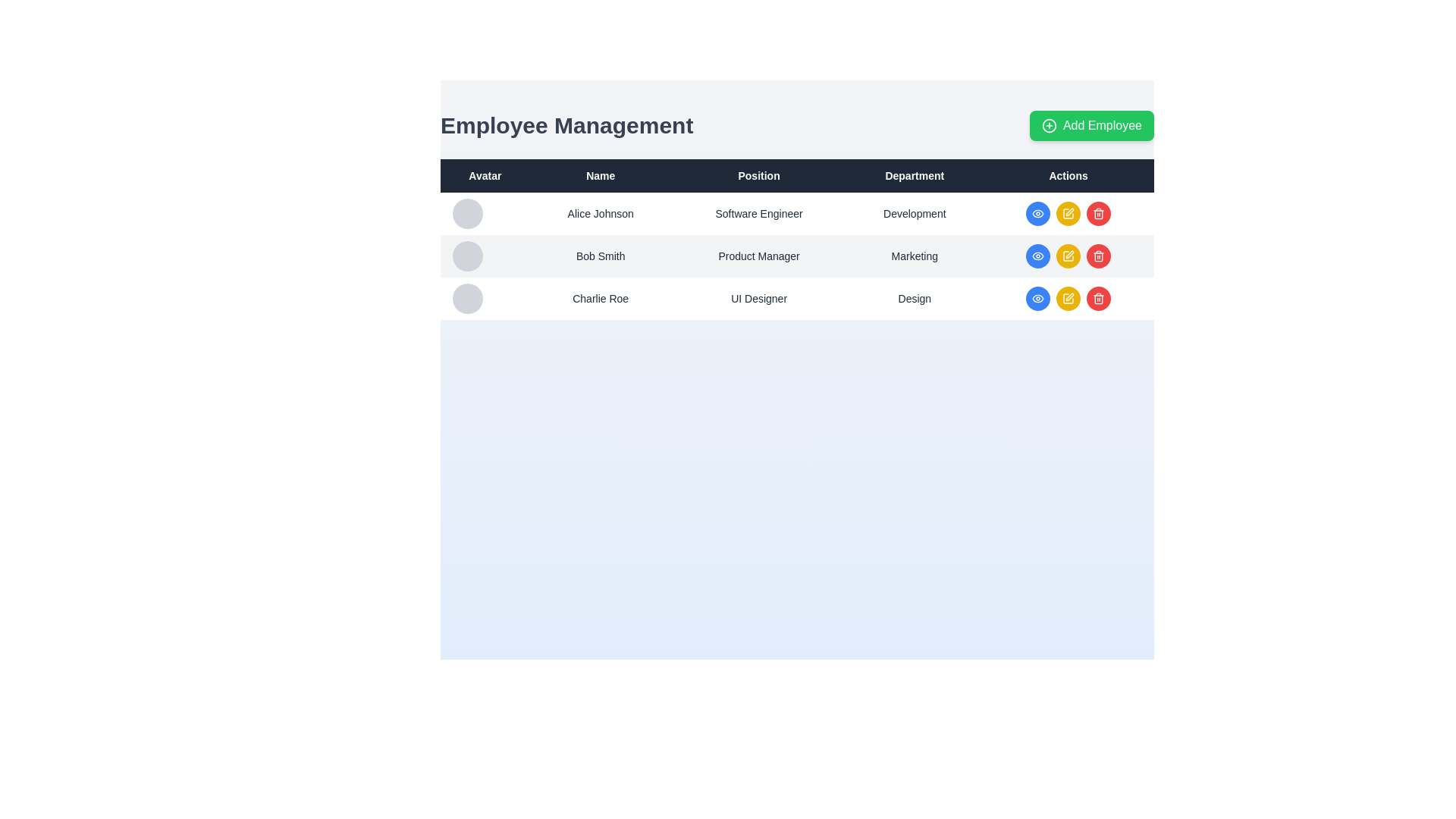 The height and width of the screenshot is (819, 1456). What do you see at coordinates (484, 298) in the screenshot?
I see `graphical avatar placeholder for the user 'Charlie Roe' located in the leftmost column of the employee table` at bounding box center [484, 298].